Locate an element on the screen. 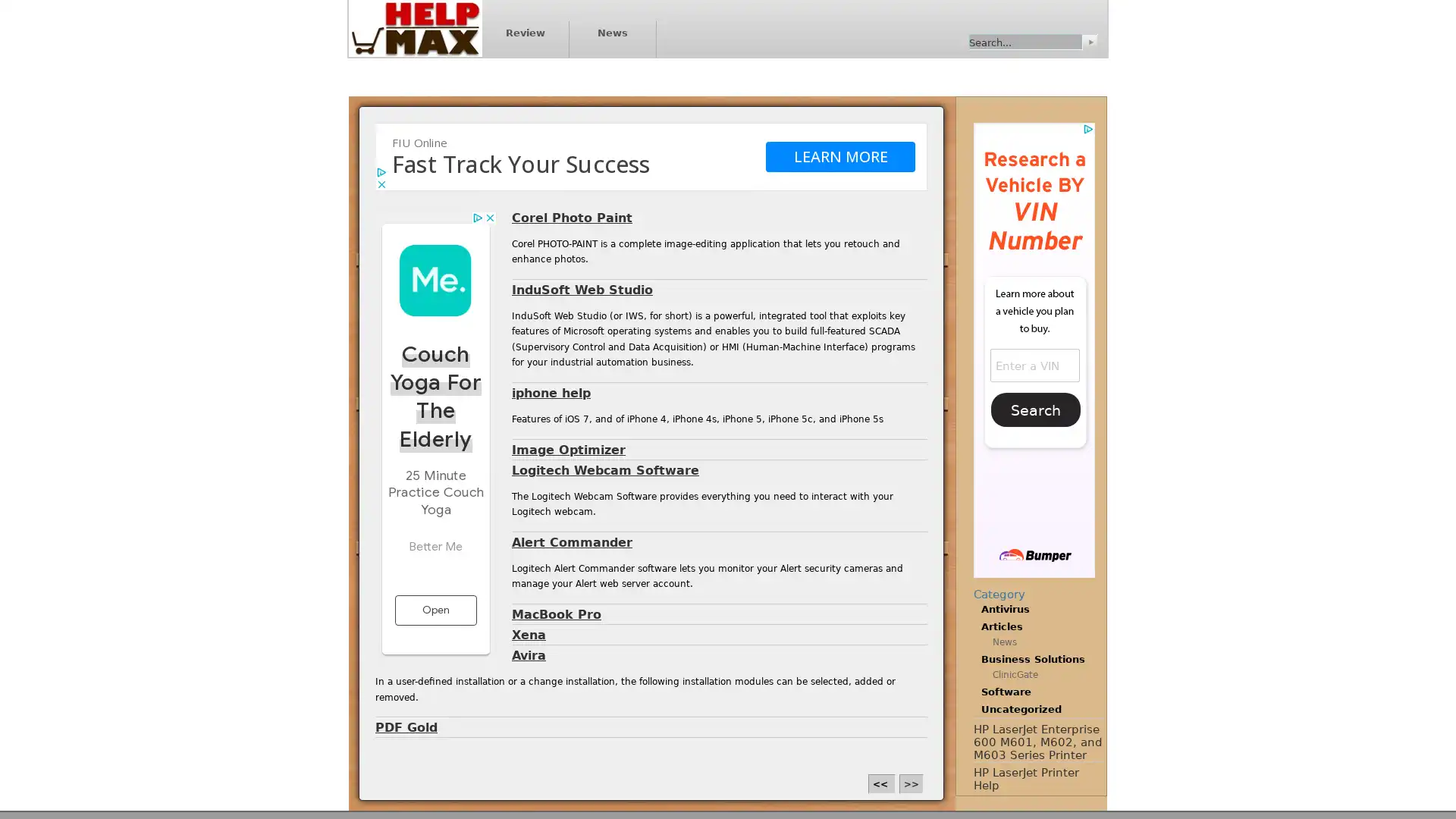  Submit is located at coordinates (1087, 41).